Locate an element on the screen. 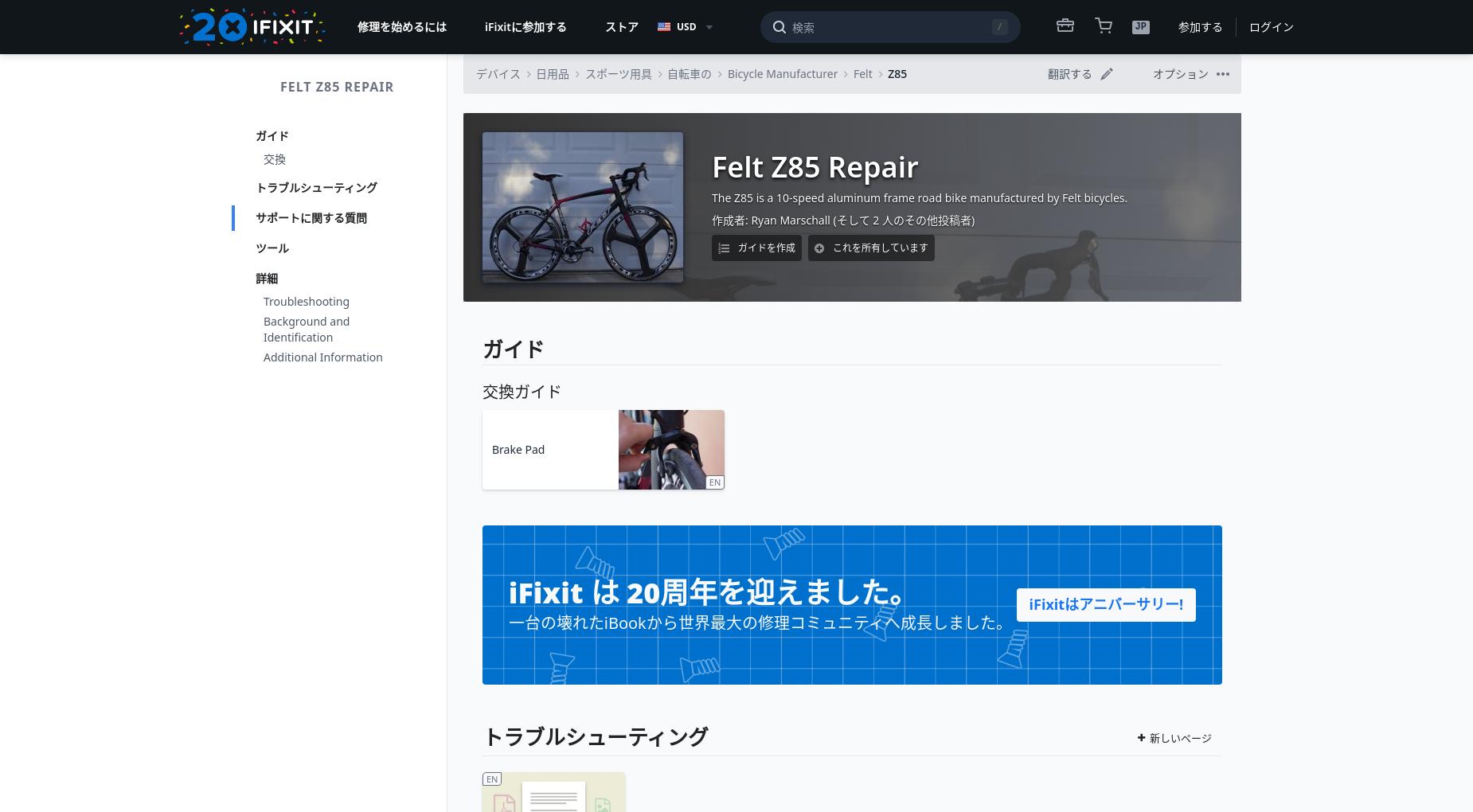 Image resolution: width=1473 pixels, height=812 pixels. 'The Z85 is a 10-speed aluminum frame road bike manufactured by Felt bicycles.' is located at coordinates (918, 197).